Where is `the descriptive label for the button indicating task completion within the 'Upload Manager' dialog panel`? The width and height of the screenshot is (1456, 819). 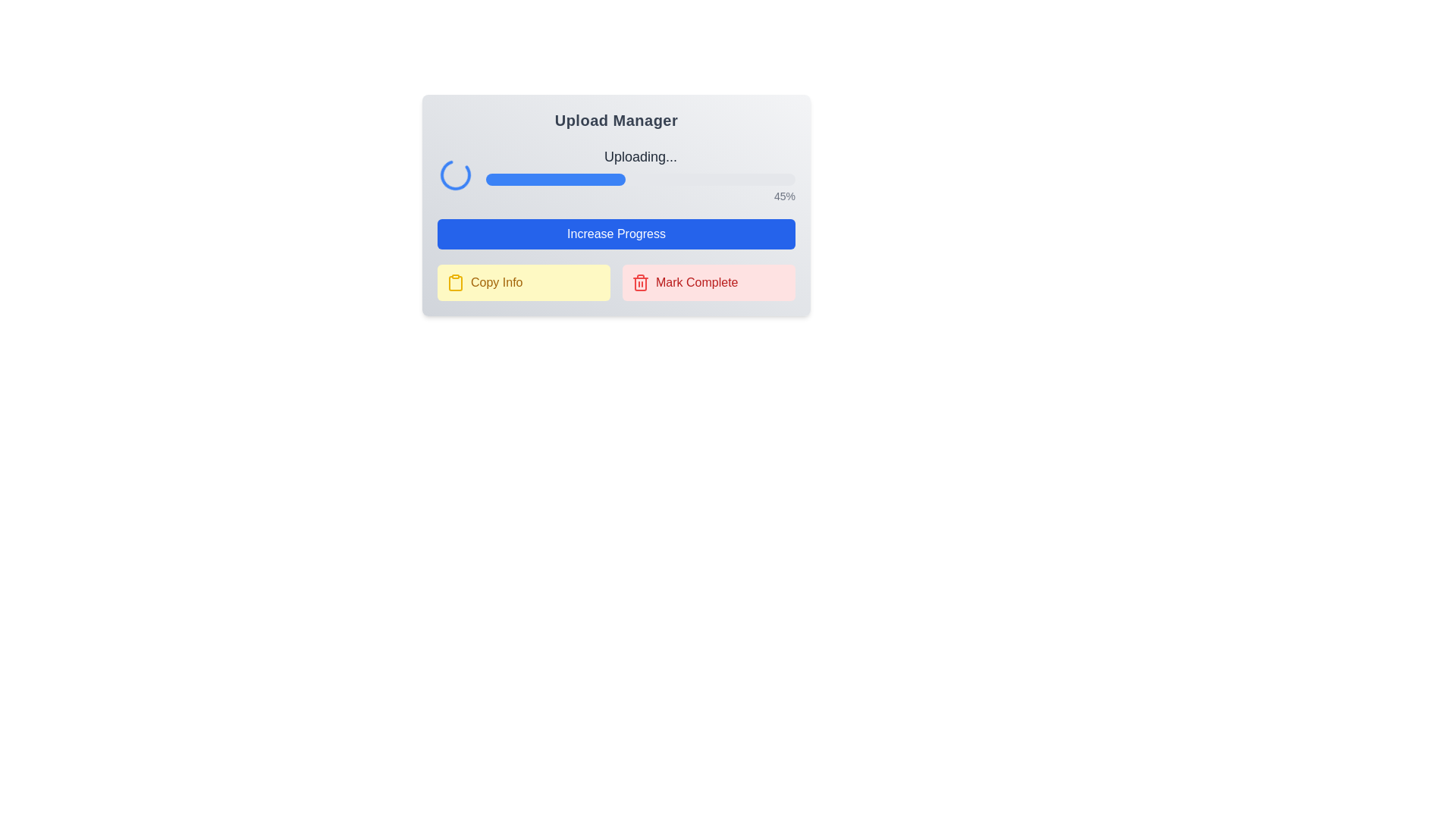
the descriptive label for the button indicating task completion within the 'Upload Manager' dialog panel is located at coordinates (696, 283).